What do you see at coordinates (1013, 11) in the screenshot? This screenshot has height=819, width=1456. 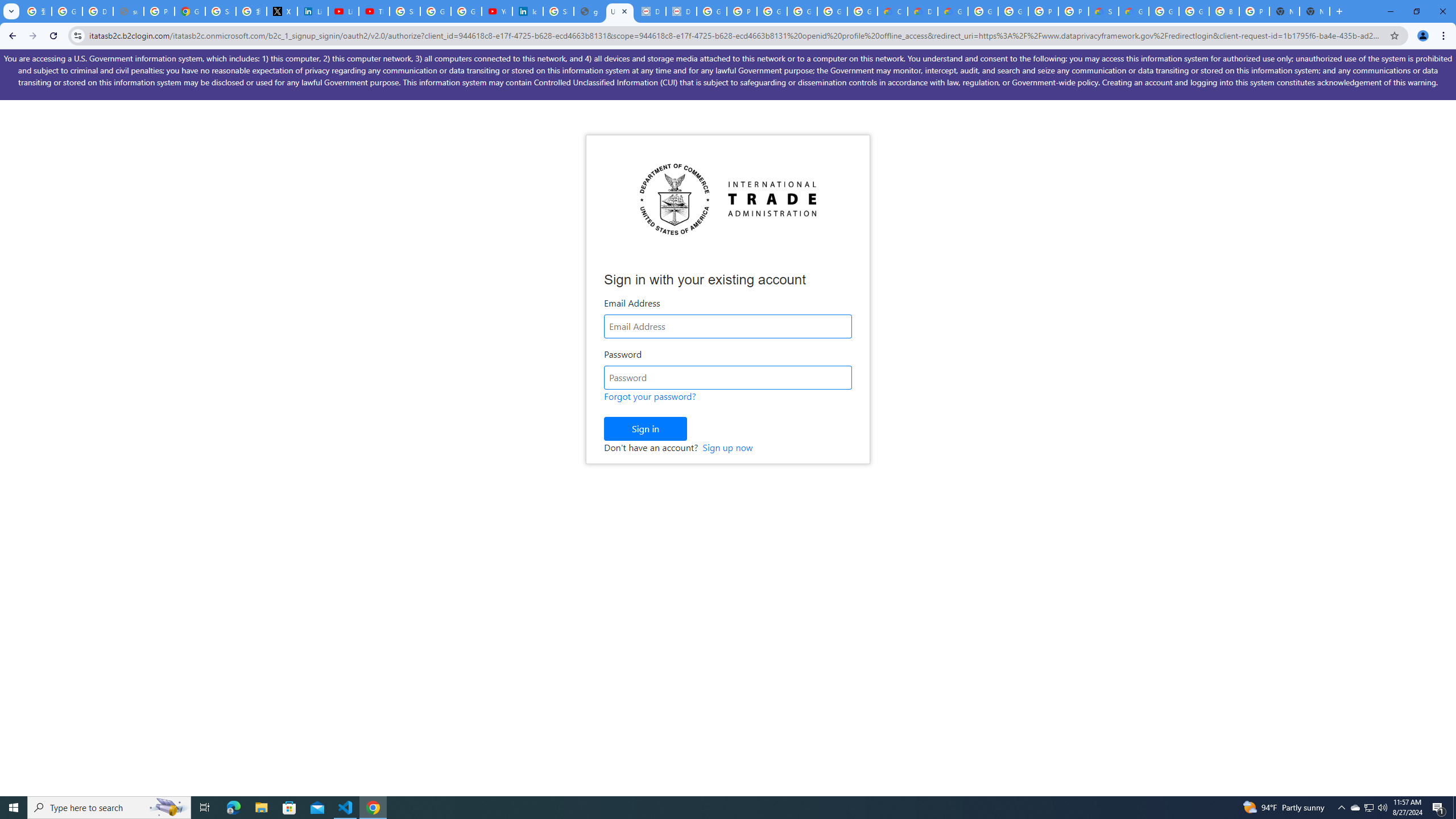 I see `'Google Cloud Platform'` at bounding box center [1013, 11].